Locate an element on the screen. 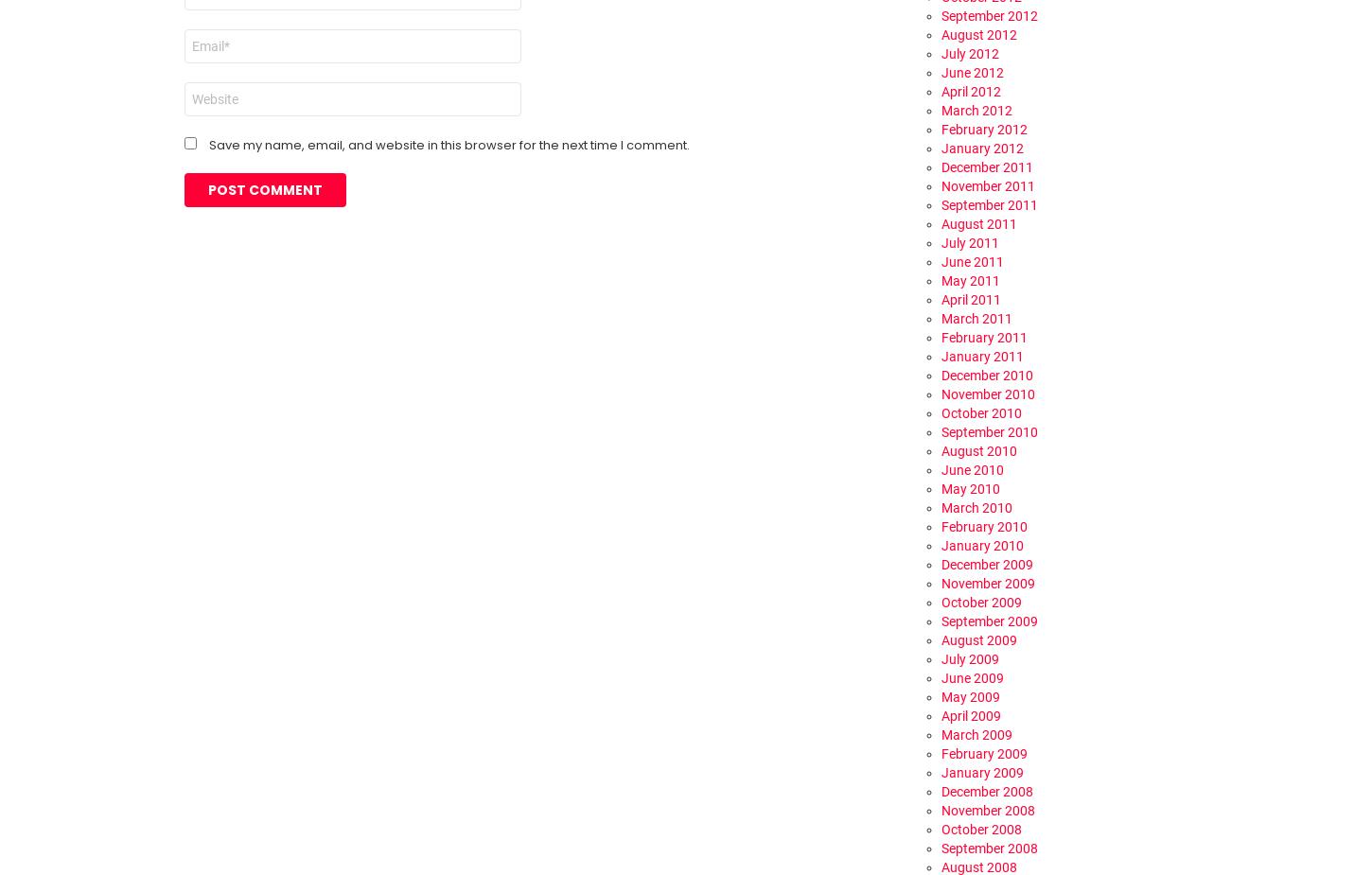  'March 2010' is located at coordinates (976, 507).